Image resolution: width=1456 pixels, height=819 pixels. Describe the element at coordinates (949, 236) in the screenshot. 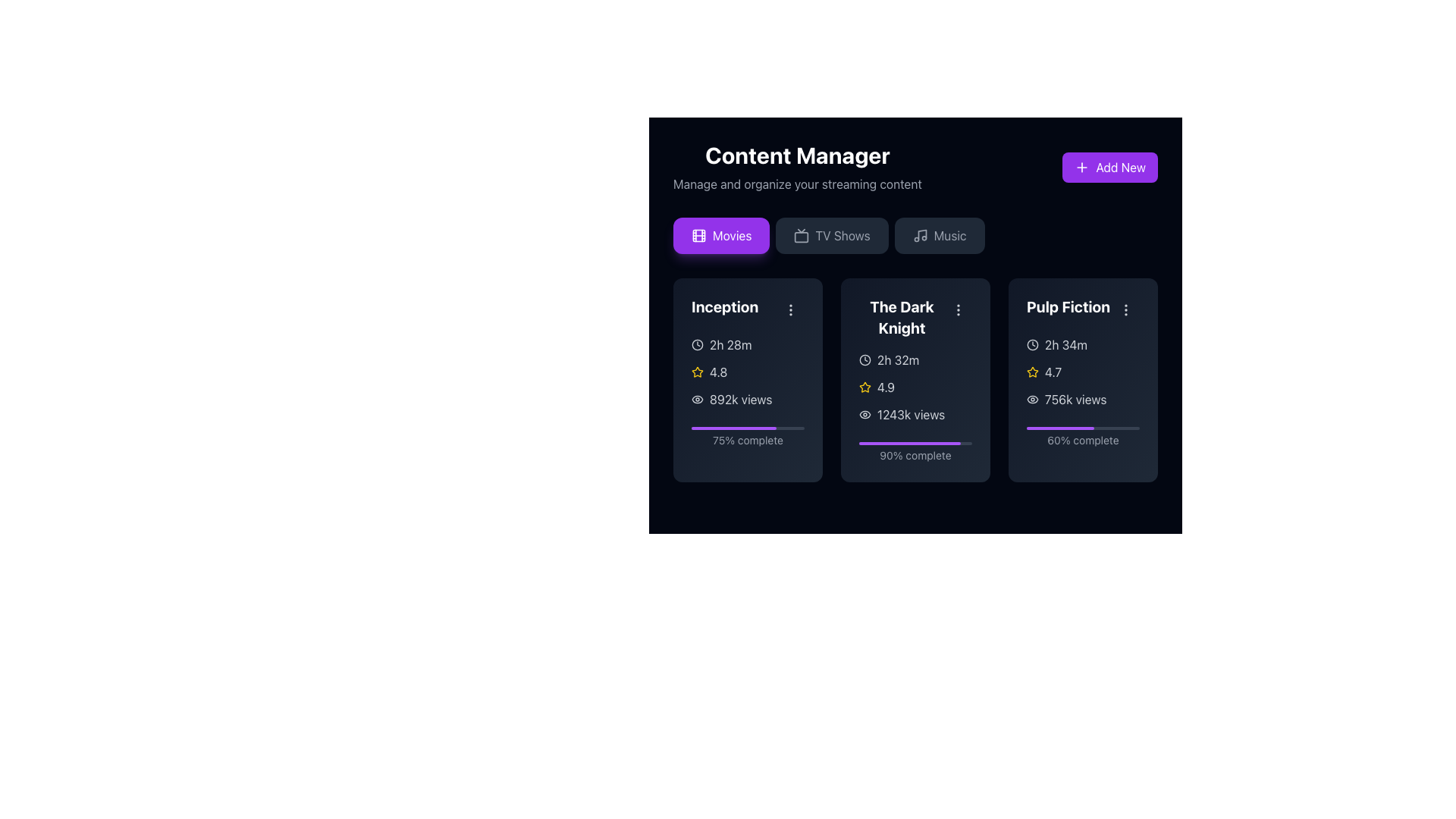

I see `the 'Music' label within the interactive button located in the third position of the navigation options` at that location.